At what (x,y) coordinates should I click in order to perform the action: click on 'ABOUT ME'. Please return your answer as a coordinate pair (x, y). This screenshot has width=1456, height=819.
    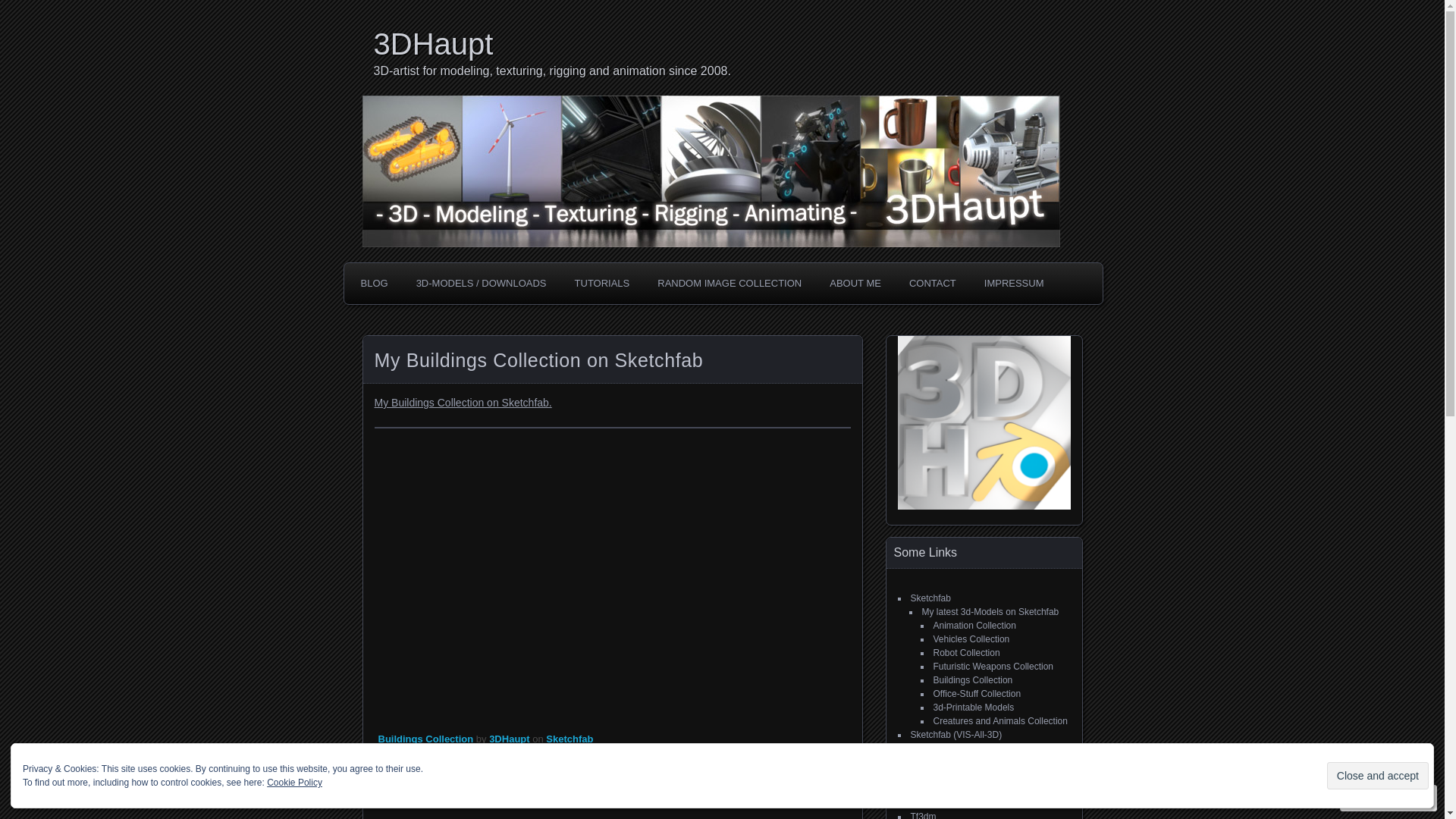
    Looking at the image, I should click on (855, 284).